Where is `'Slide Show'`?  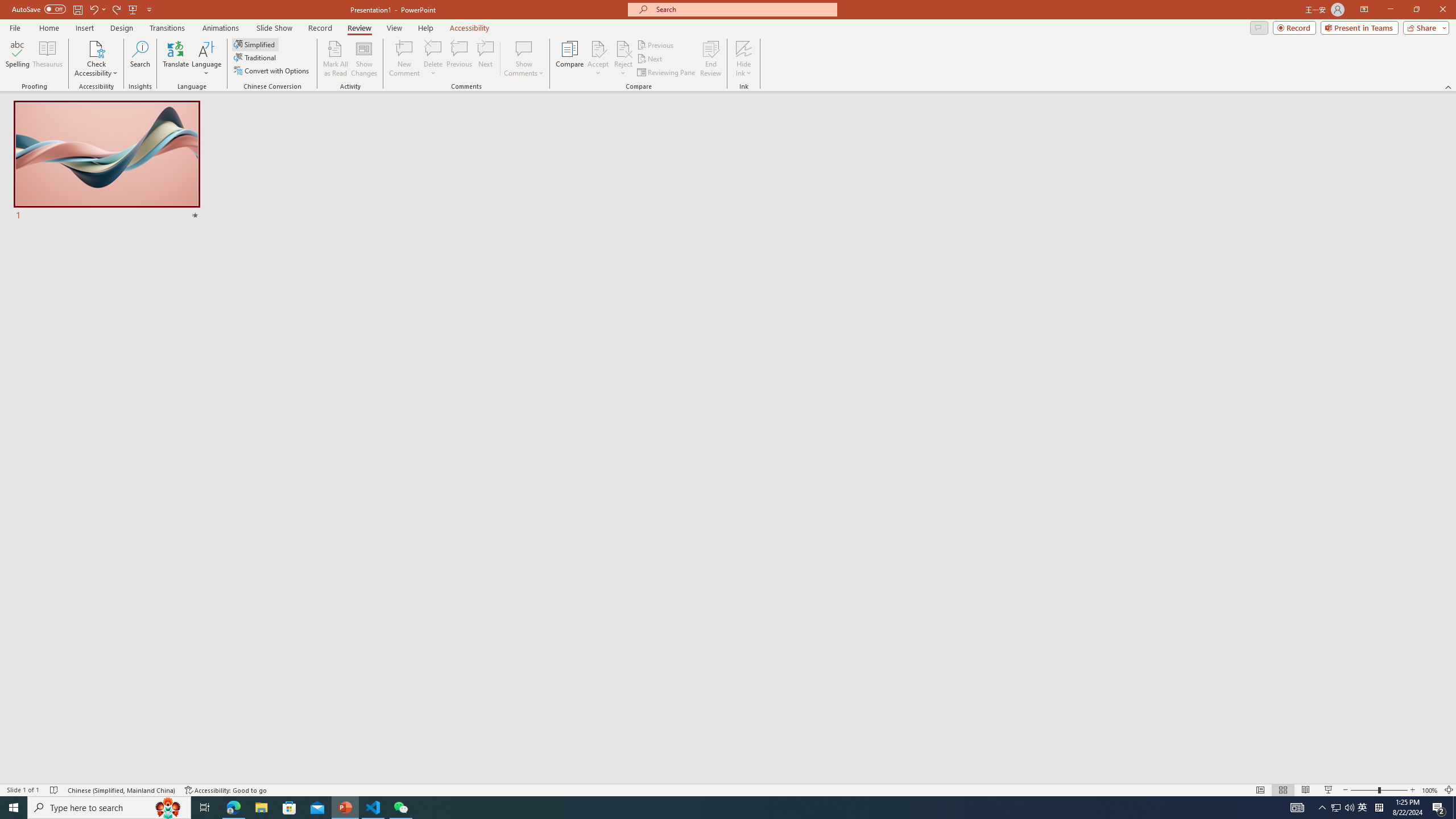 'Slide Show' is located at coordinates (274, 28).